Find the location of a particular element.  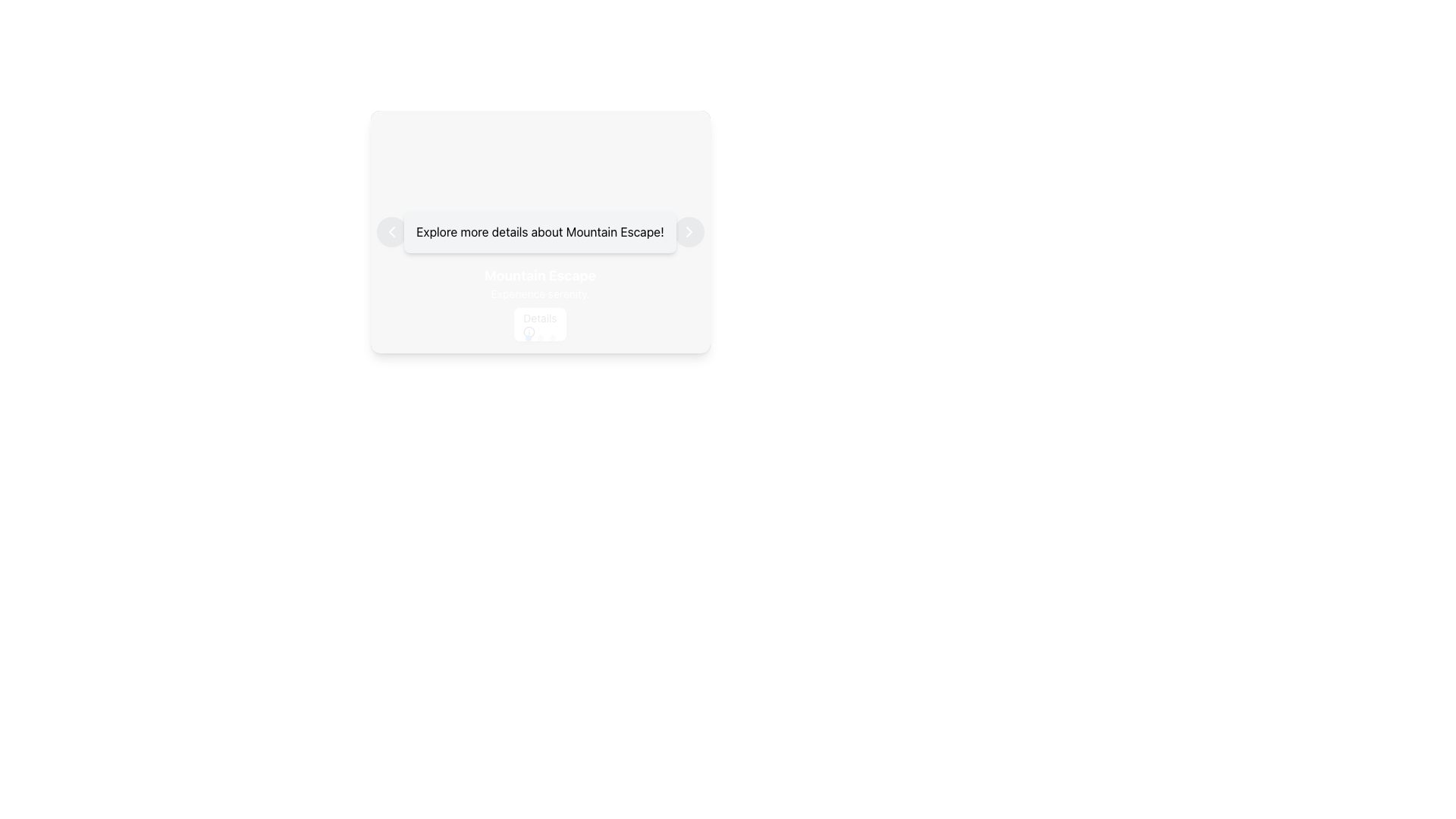

the circular SVG element representing an 'info' icon for accessibility purposes is located at coordinates (529, 331).